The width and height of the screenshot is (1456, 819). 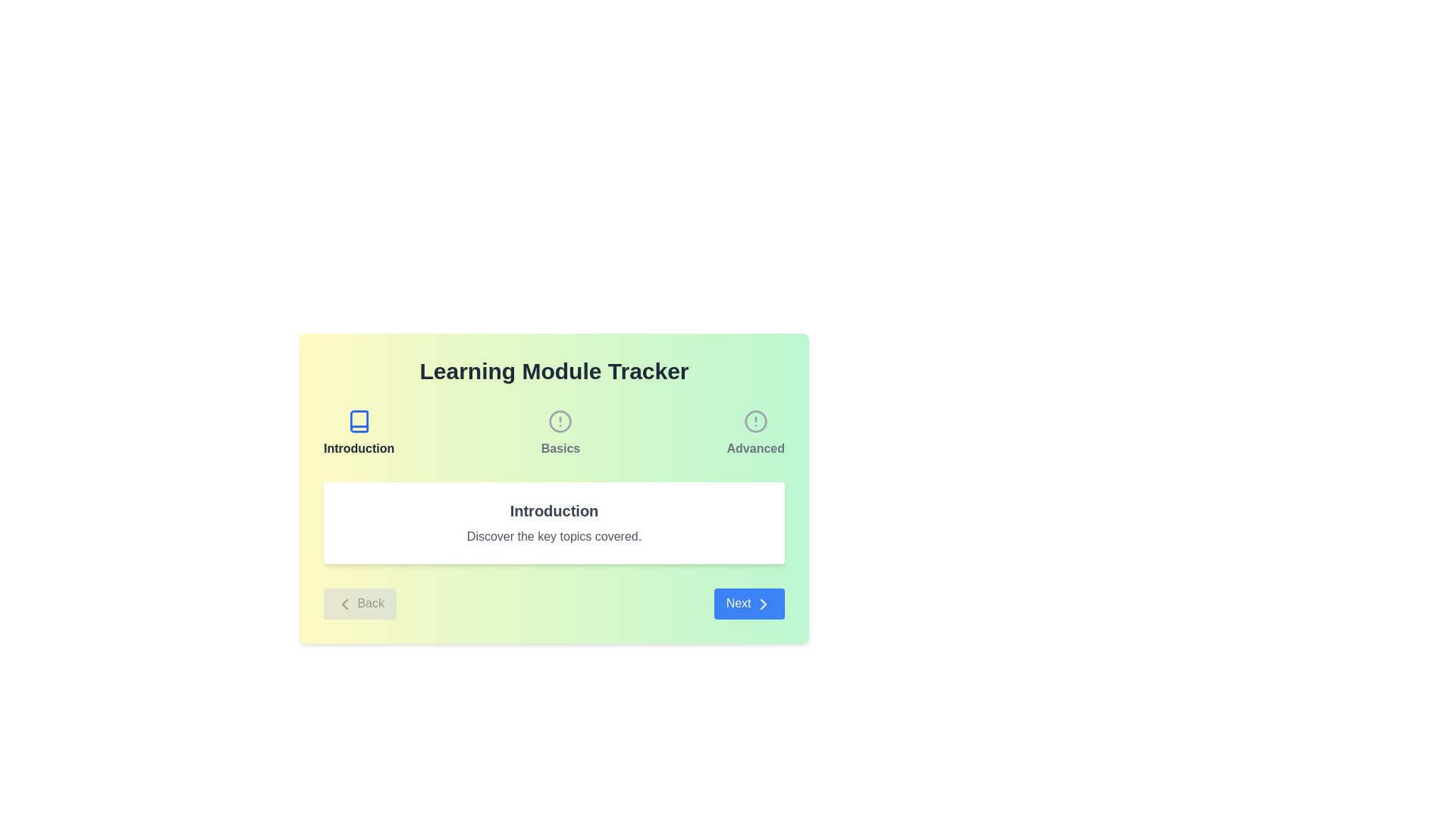 What do you see at coordinates (358, 421) in the screenshot?
I see `the 'Introduction' icon in the 'Learning Module Tracker' interface, which is positioned at the top-left corner above the 'Introduction' label` at bounding box center [358, 421].